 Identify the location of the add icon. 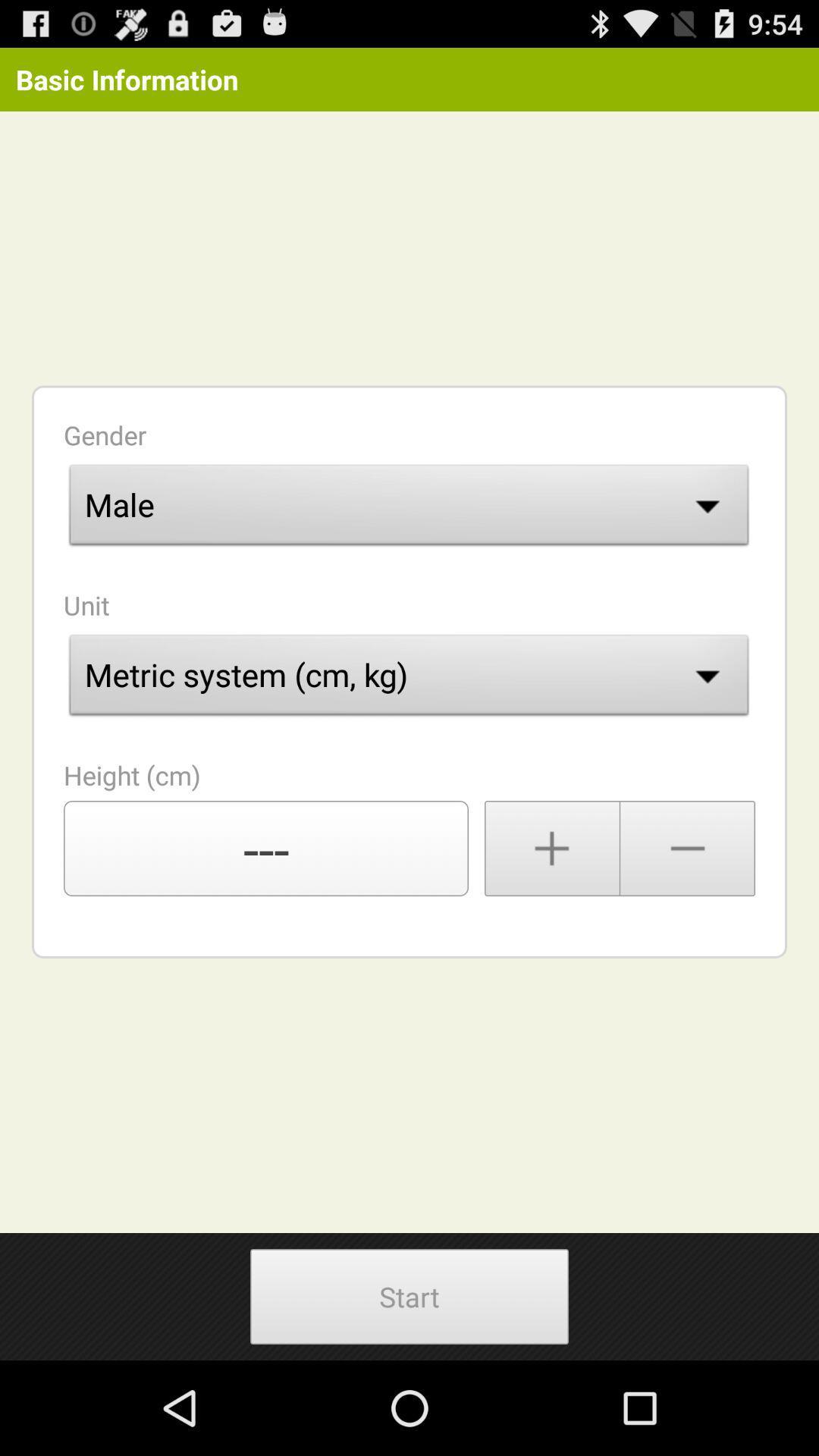
(551, 908).